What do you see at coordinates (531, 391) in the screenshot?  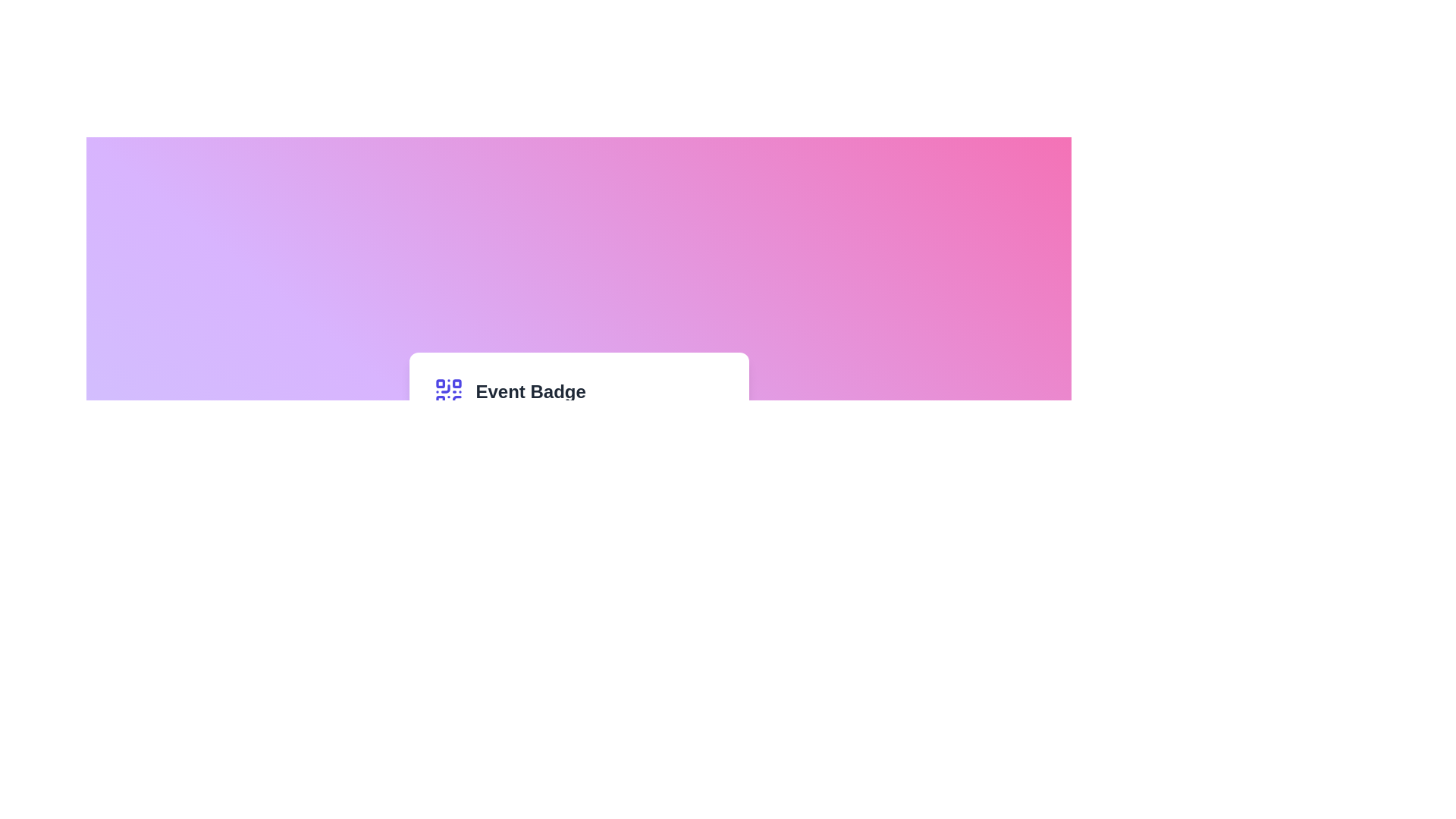 I see `the static text label displaying 'Event Badge', which is bold and large in dark gray color, positioned to the right of a QR code icon` at bounding box center [531, 391].